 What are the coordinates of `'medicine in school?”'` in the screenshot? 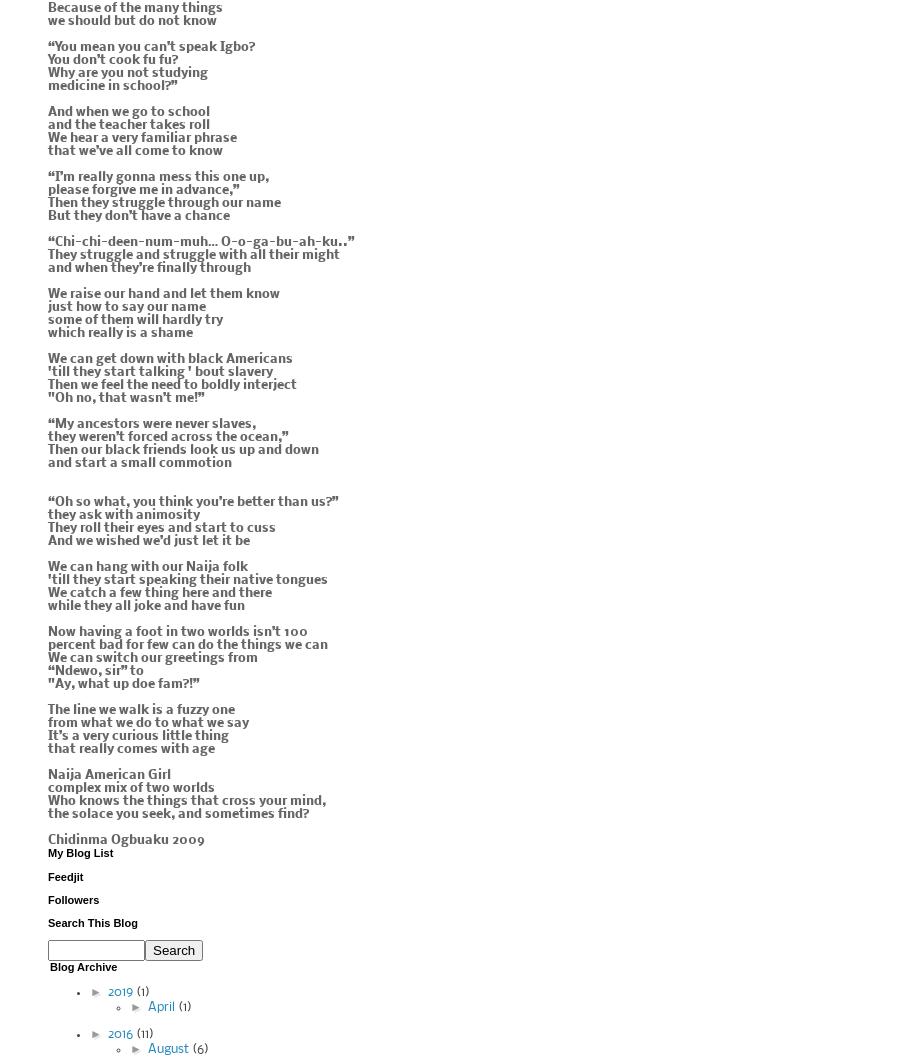 It's located at (111, 86).